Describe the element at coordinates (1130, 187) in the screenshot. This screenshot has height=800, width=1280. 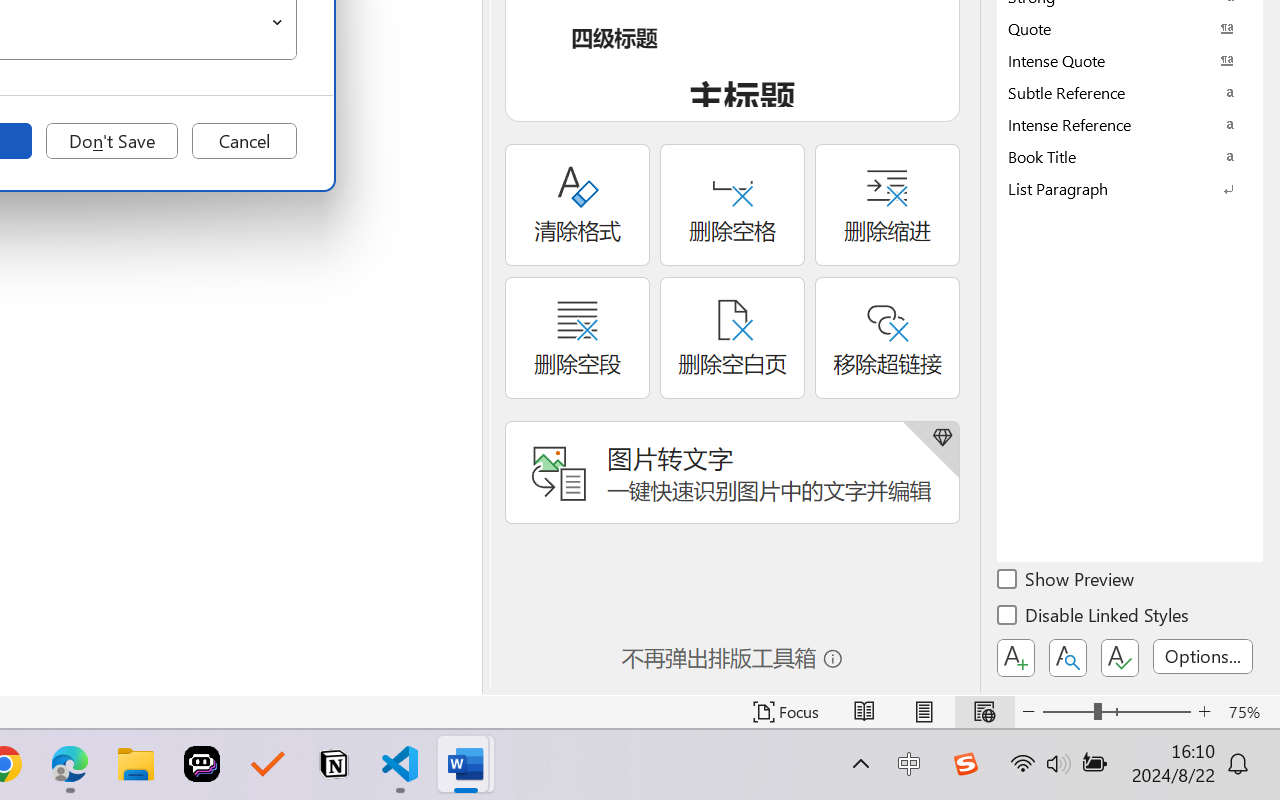
I see `'List Paragraph'` at that location.